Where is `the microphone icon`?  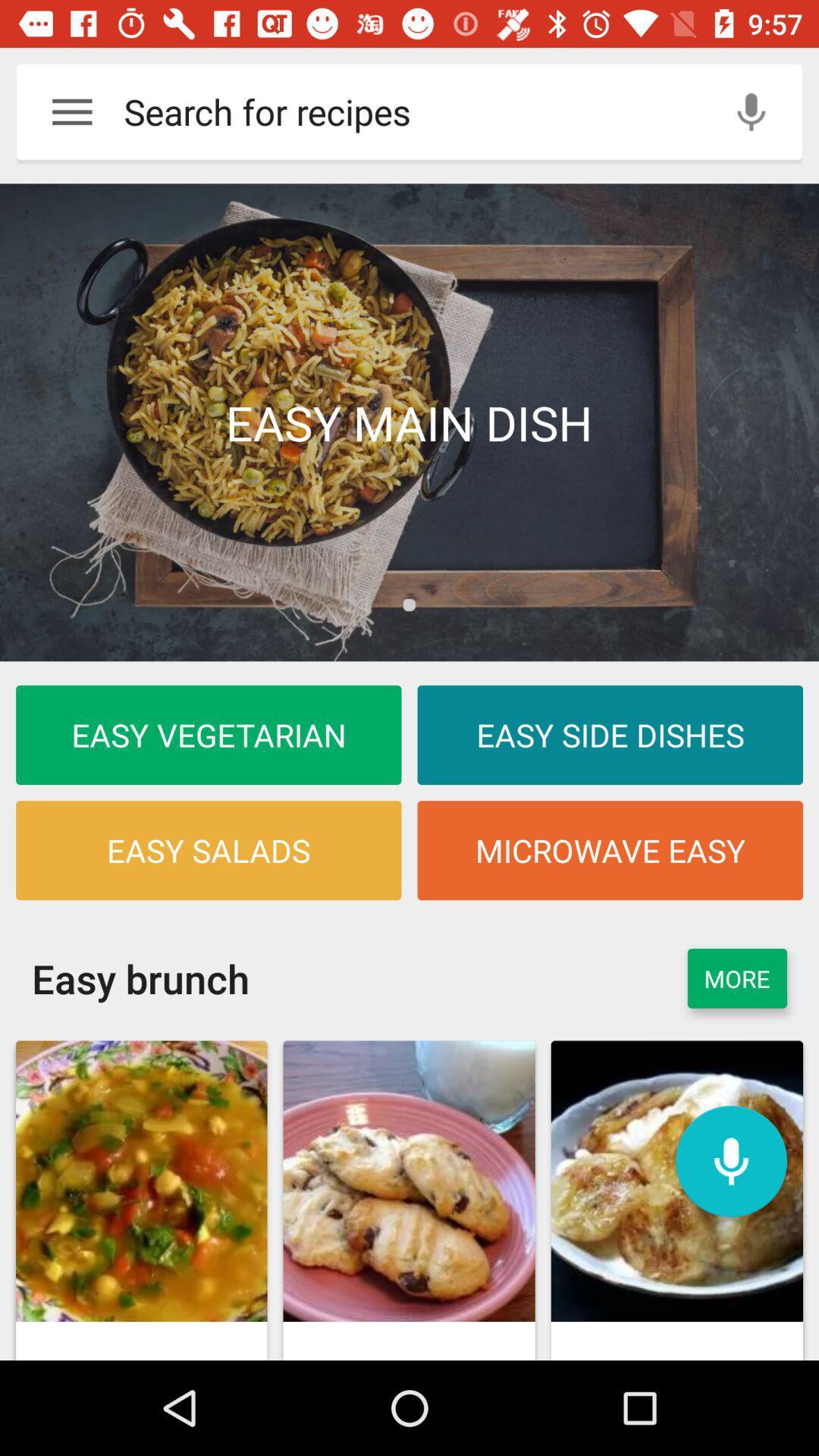 the microphone icon is located at coordinates (730, 1160).